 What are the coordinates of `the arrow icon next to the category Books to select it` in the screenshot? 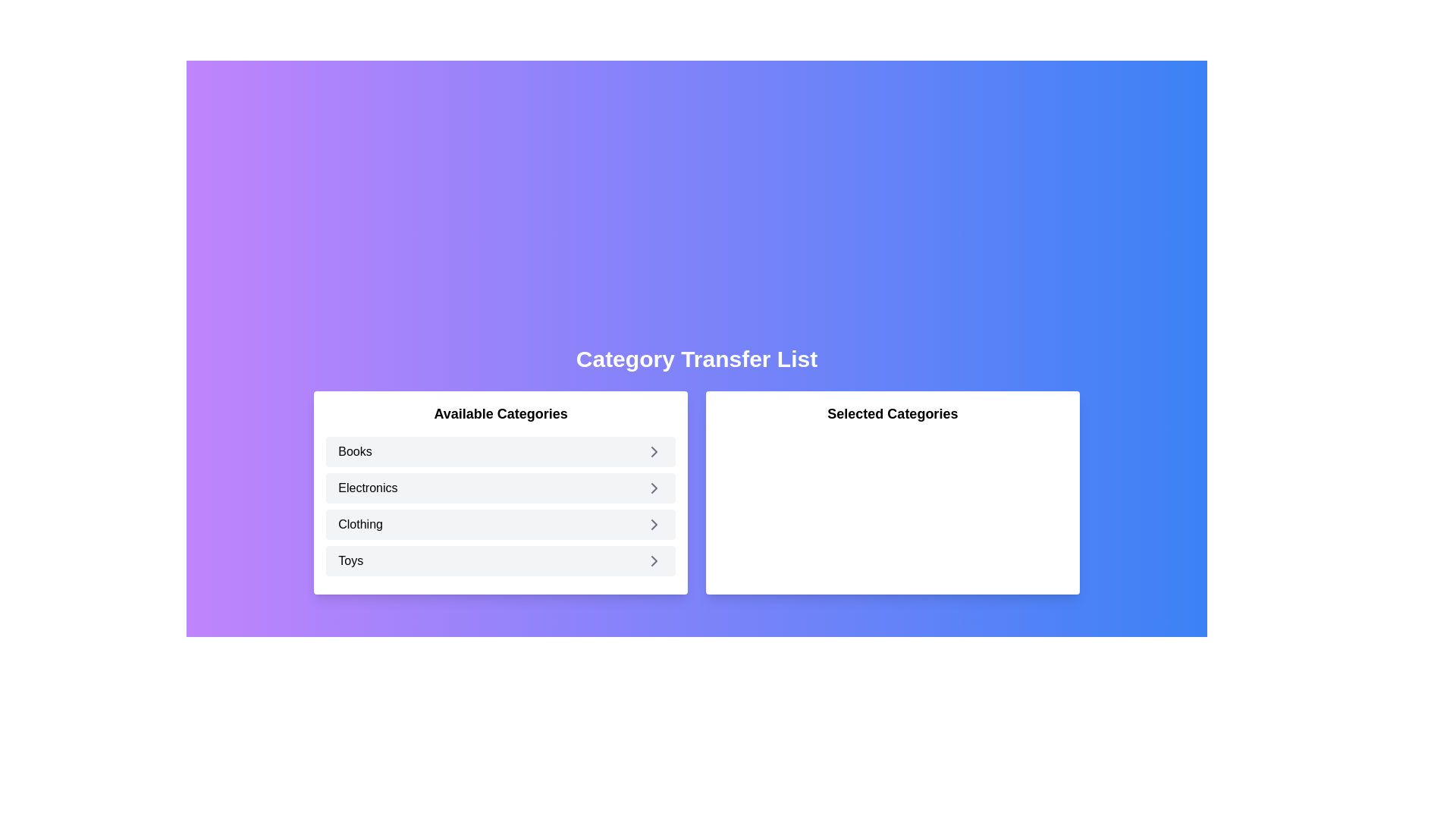 It's located at (654, 451).